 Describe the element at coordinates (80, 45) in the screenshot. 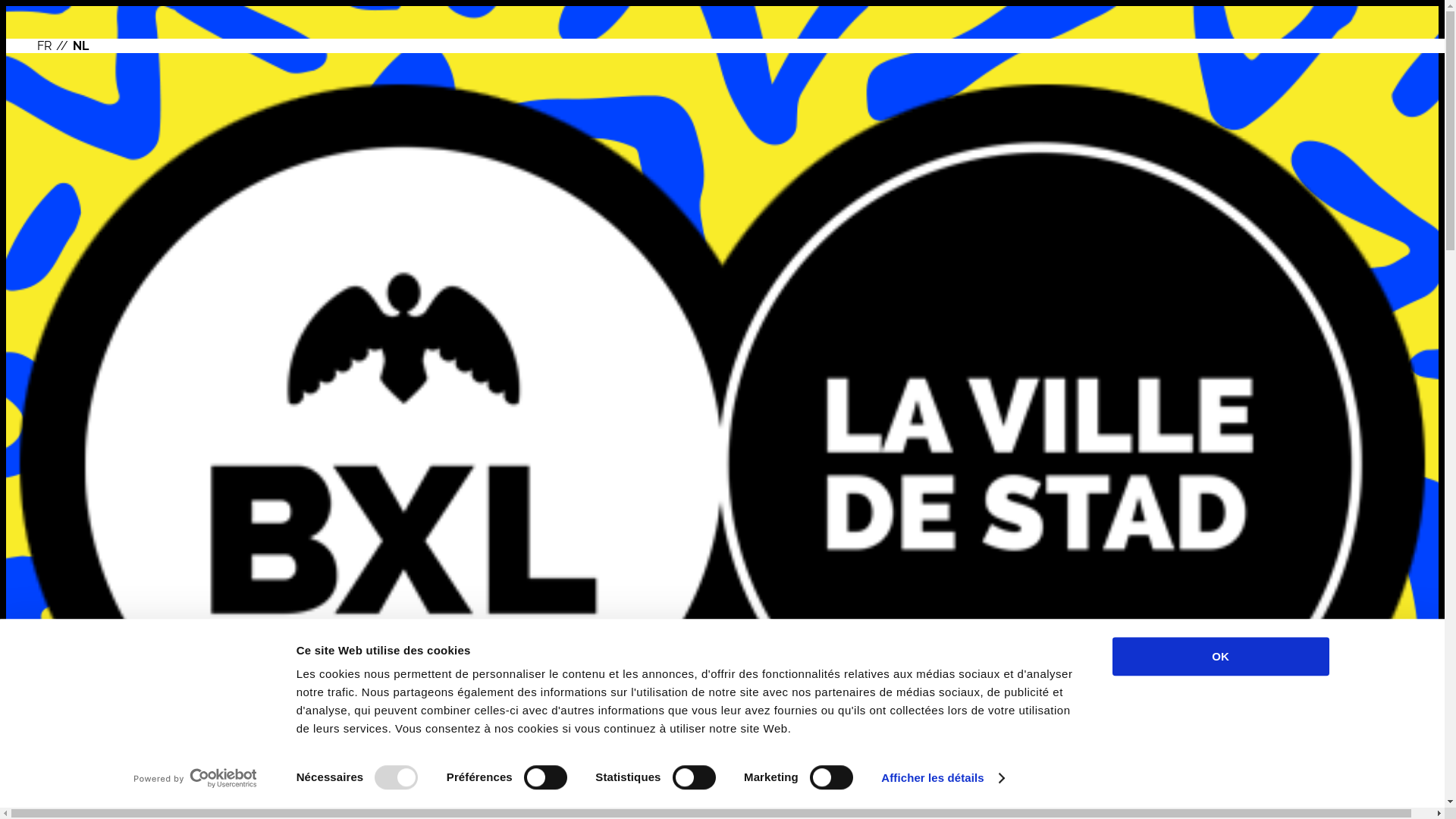

I see `'NL'` at that location.